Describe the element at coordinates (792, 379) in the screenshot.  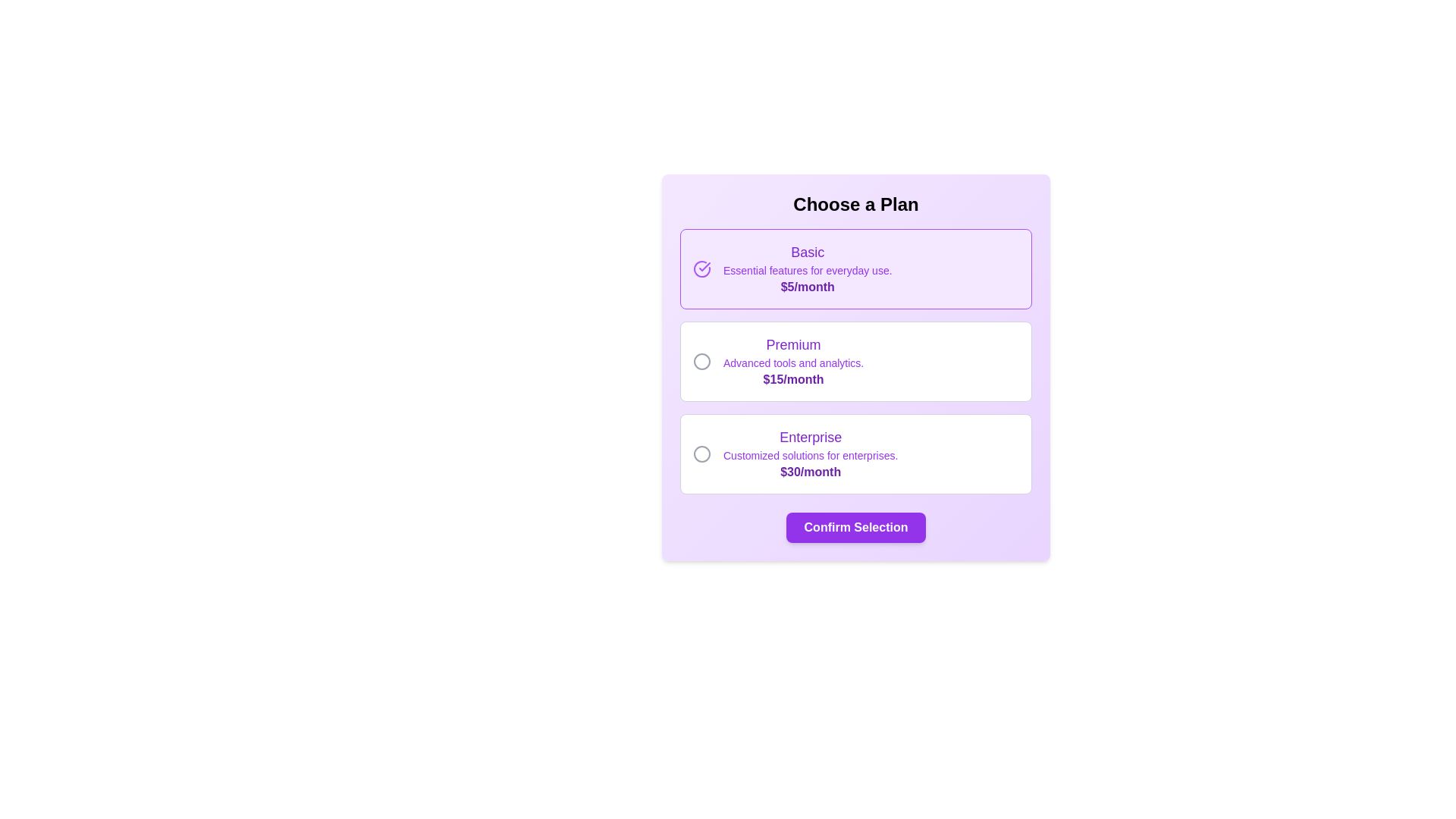
I see `text displayed in the Text Label that shows the cost of the 'Premium' subscription plan, located below 'Advanced tools and analytics.' and above the 'Premium' radio button` at that location.